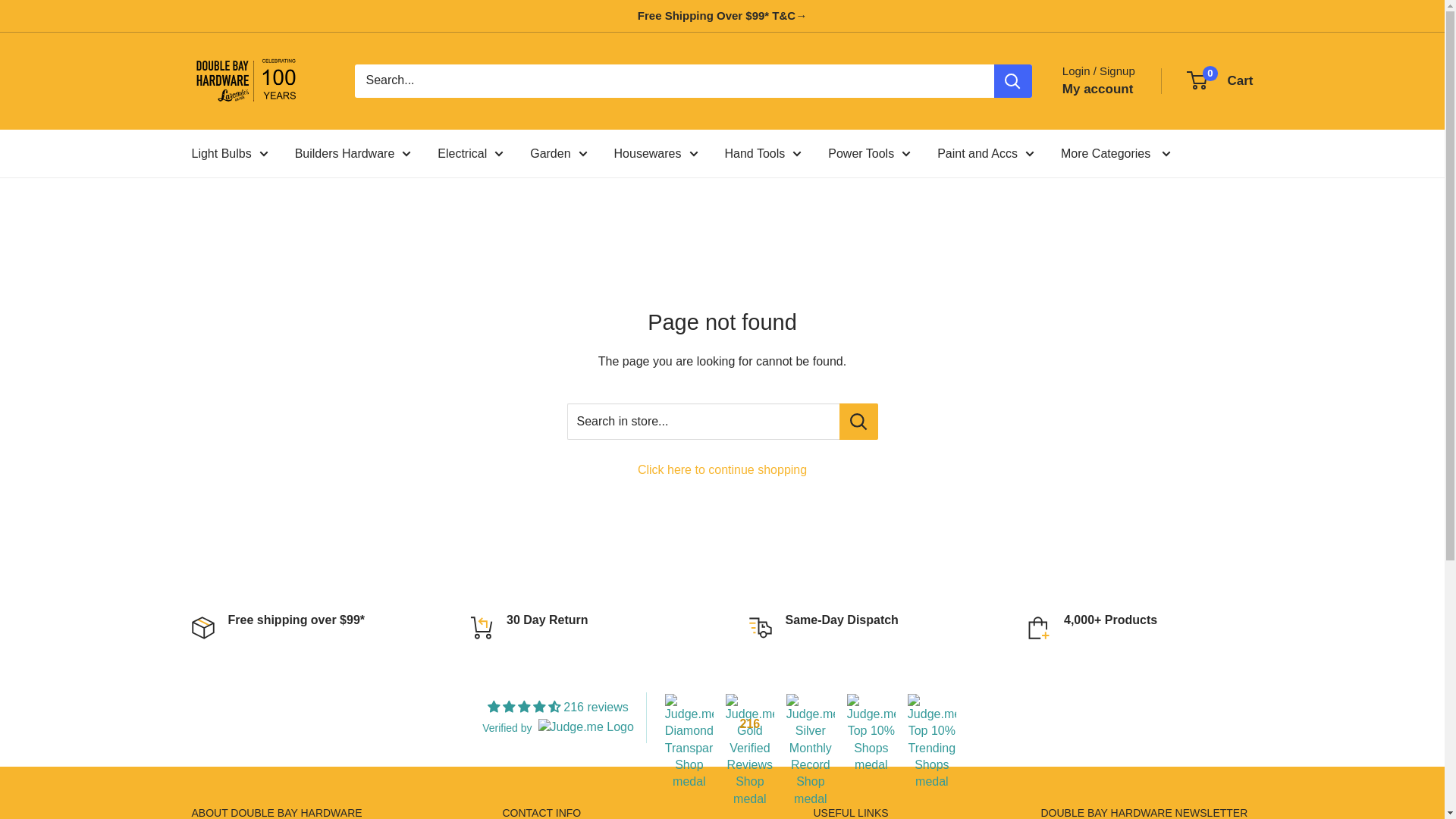 The height and width of the screenshot is (819, 1456). Describe the element at coordinates (1098, 89) in the screenshot. I see `'My account'` at that location.